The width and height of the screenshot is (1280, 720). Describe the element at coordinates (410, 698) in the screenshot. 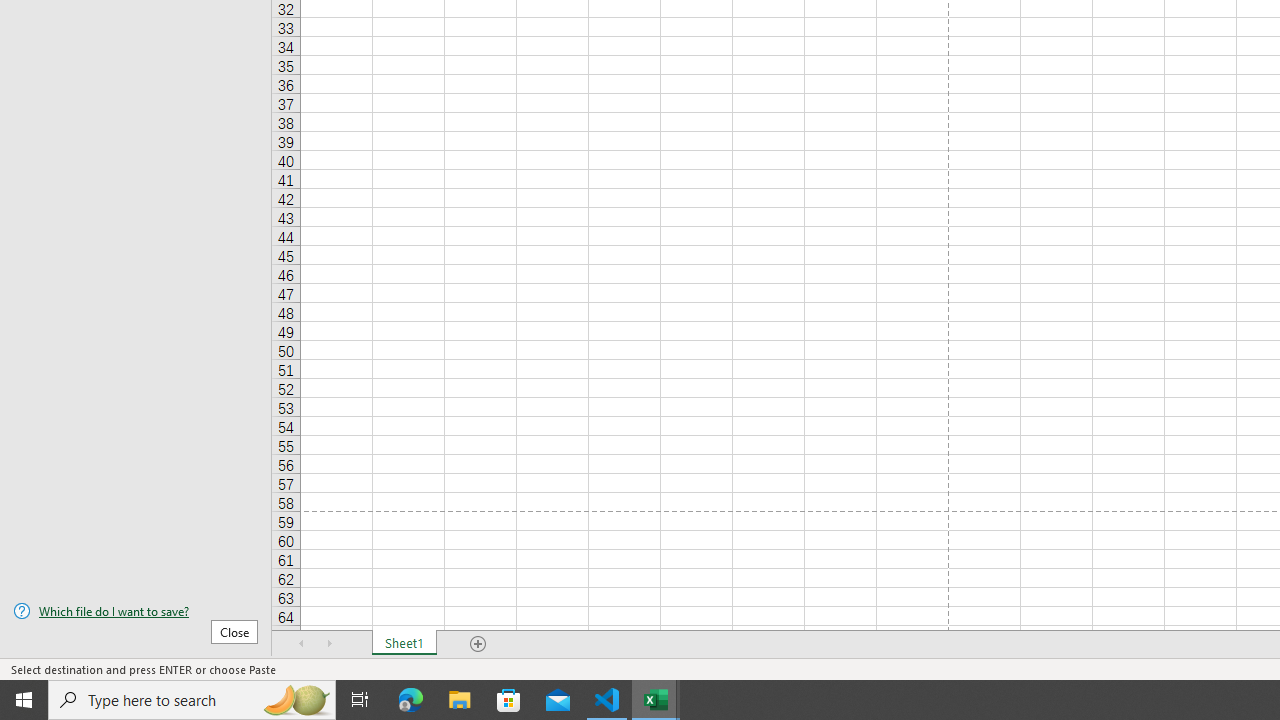

I see `'Microsoft Edge'` at that location.